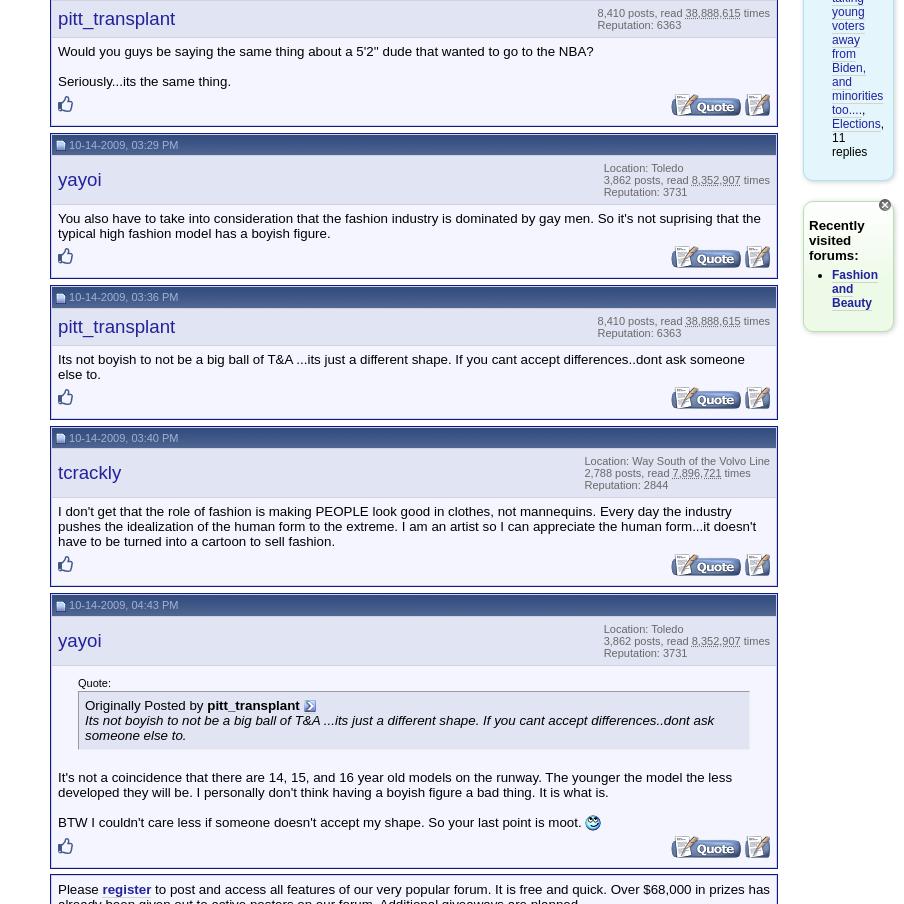  What do you see at coordinates (626, 483) in the screenshot?
I see `'Reputation: 2844'` at bounding box center [626, 483].